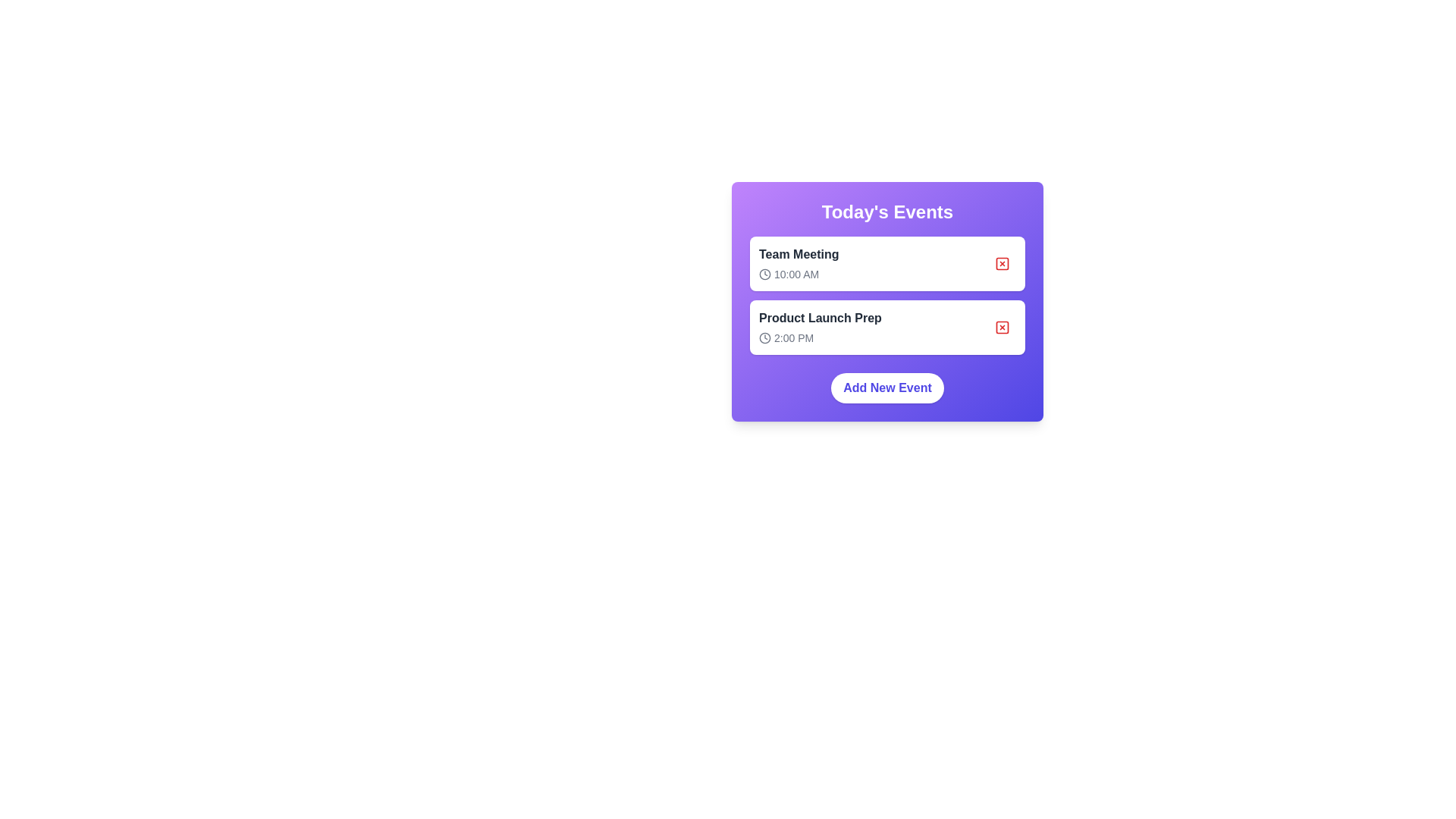 This screenshot has width=1456, height=819. What do you see at coordinates (887, 388) in the screenshot?
I see `the distinct button located in the purple panel titled 'Today's Events' at the bottom center` at bounding box center [887, 388].